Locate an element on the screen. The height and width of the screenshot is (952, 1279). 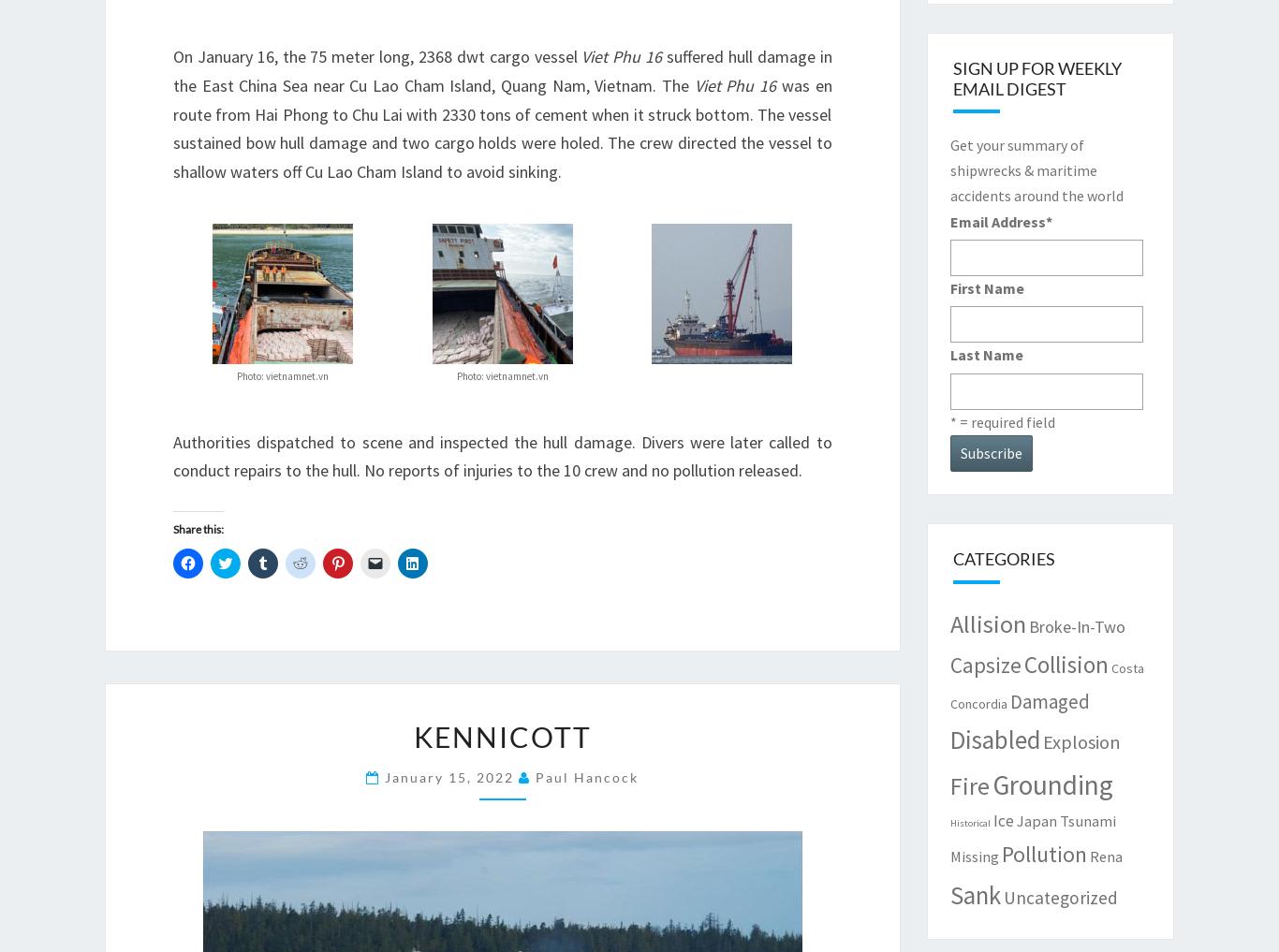
'Collision' is located at coordinates (1065, 663).